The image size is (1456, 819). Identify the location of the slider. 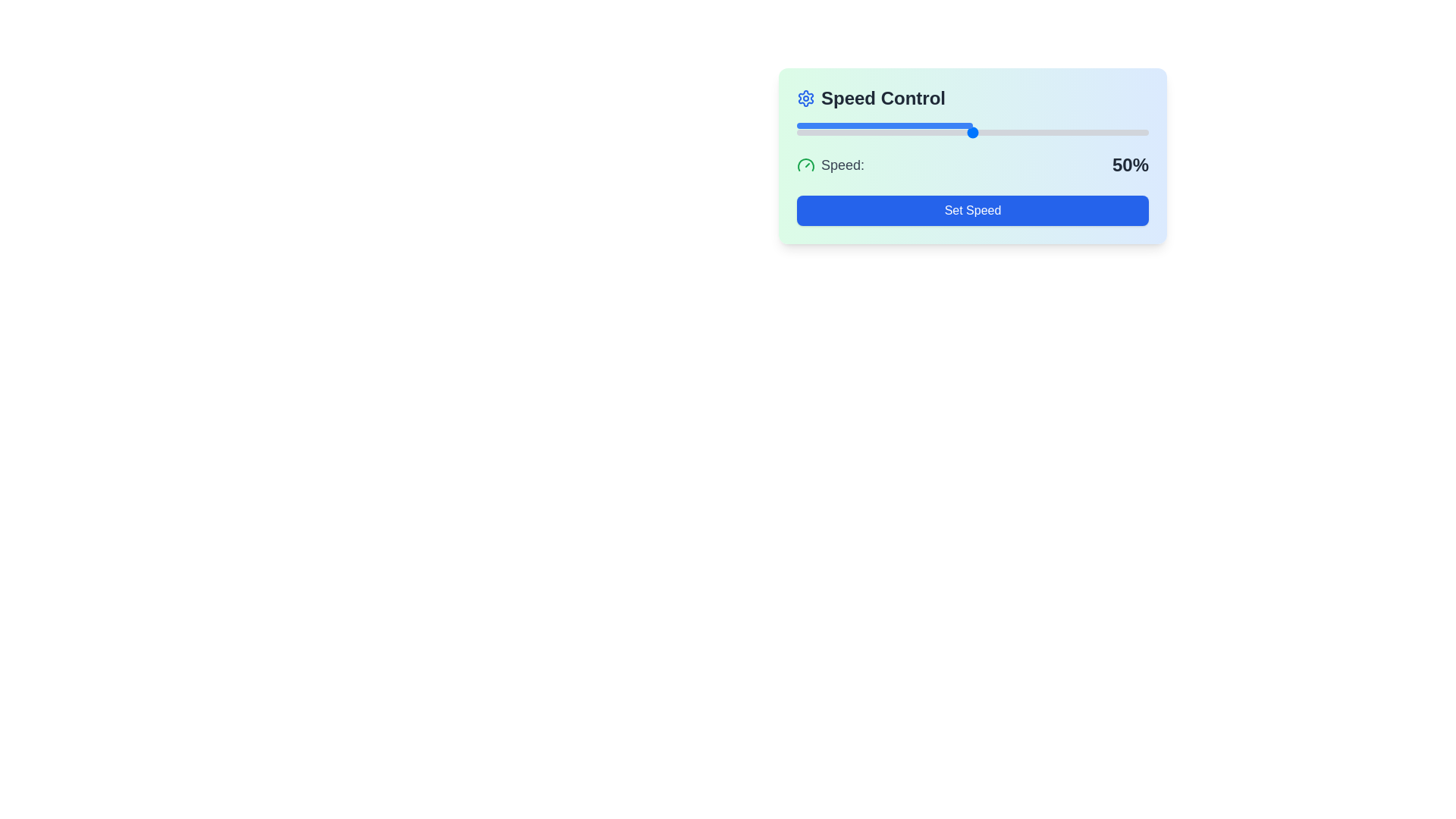
(1099, 131).